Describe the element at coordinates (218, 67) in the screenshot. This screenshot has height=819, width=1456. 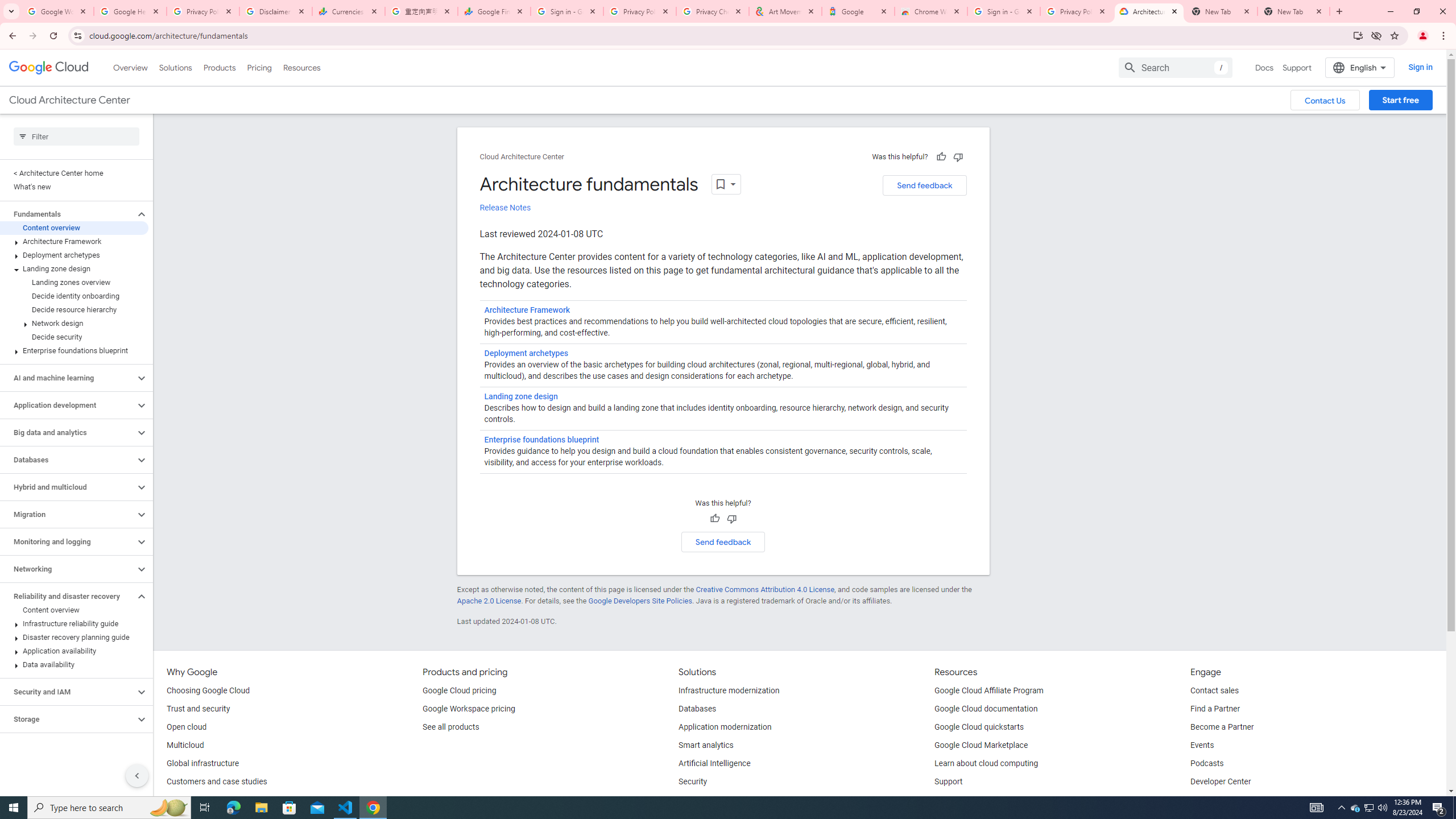
I see `'Products'` at that location.